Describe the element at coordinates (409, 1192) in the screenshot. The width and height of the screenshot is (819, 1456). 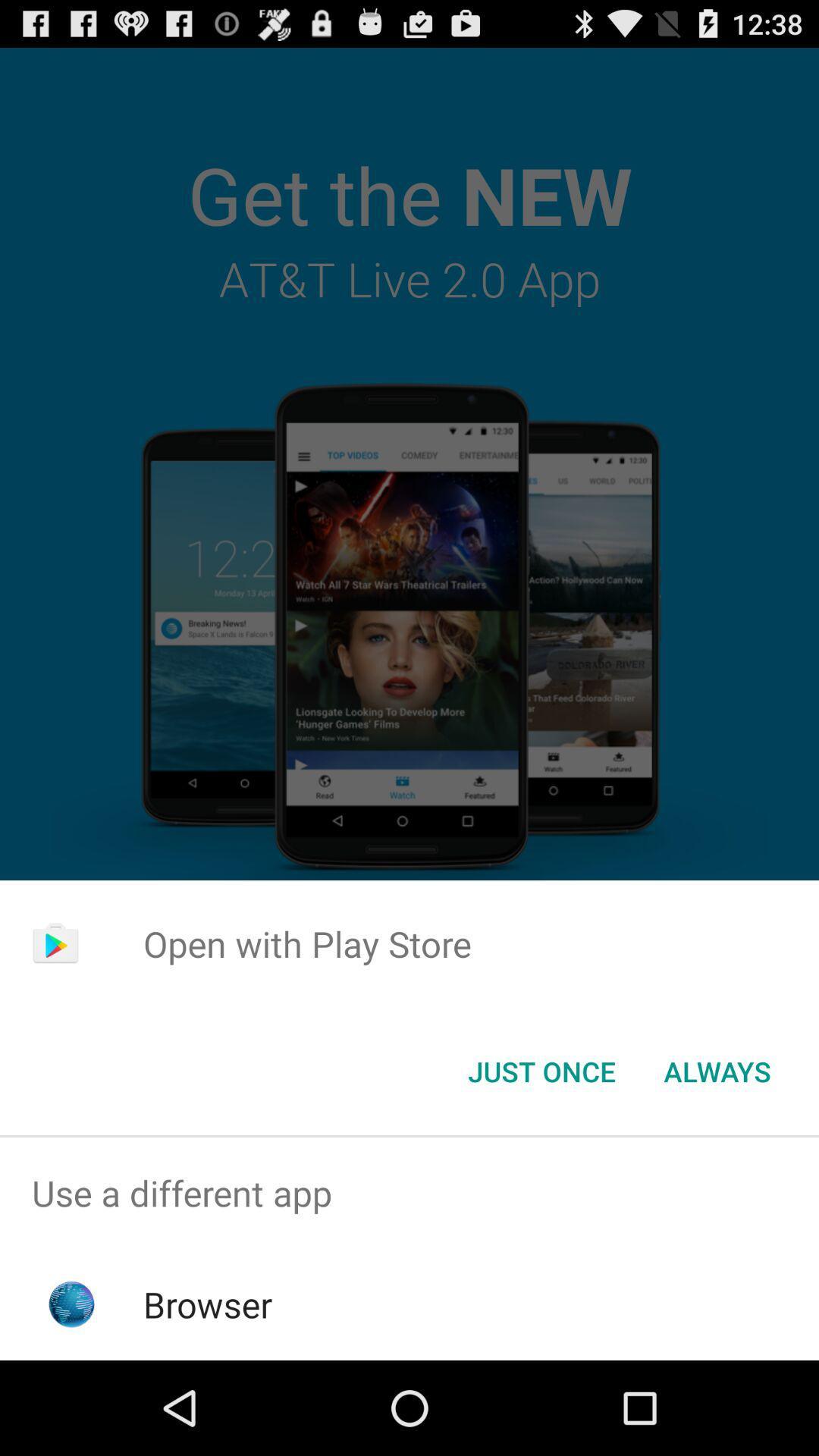
I see `the icon above browser item` at that location.